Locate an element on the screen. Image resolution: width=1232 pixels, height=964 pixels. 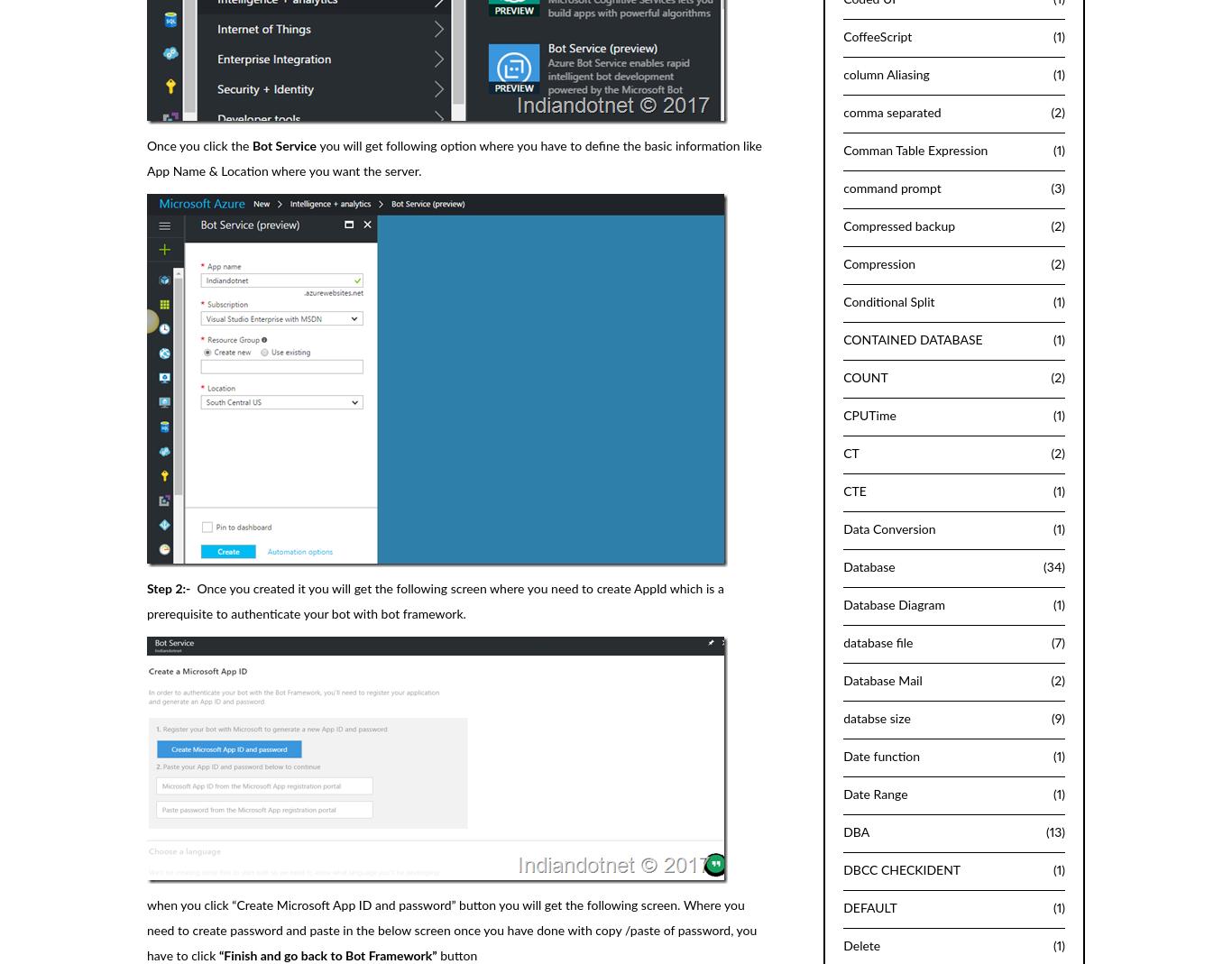
'Comman Table Expression' is located at coordinates (915, 150).